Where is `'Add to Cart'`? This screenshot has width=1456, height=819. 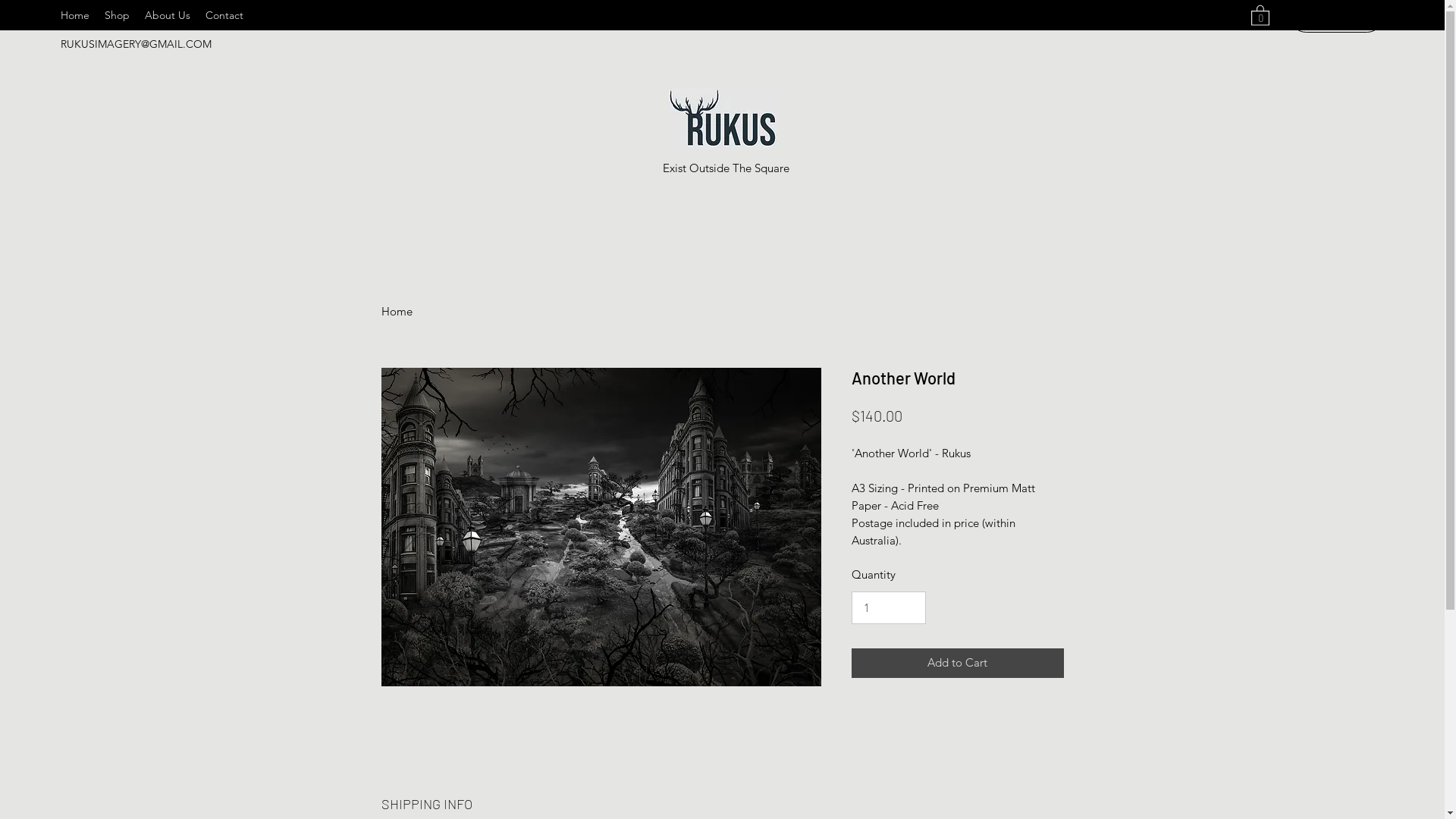
'Add to Cart' is located at coordinates (851, 662).